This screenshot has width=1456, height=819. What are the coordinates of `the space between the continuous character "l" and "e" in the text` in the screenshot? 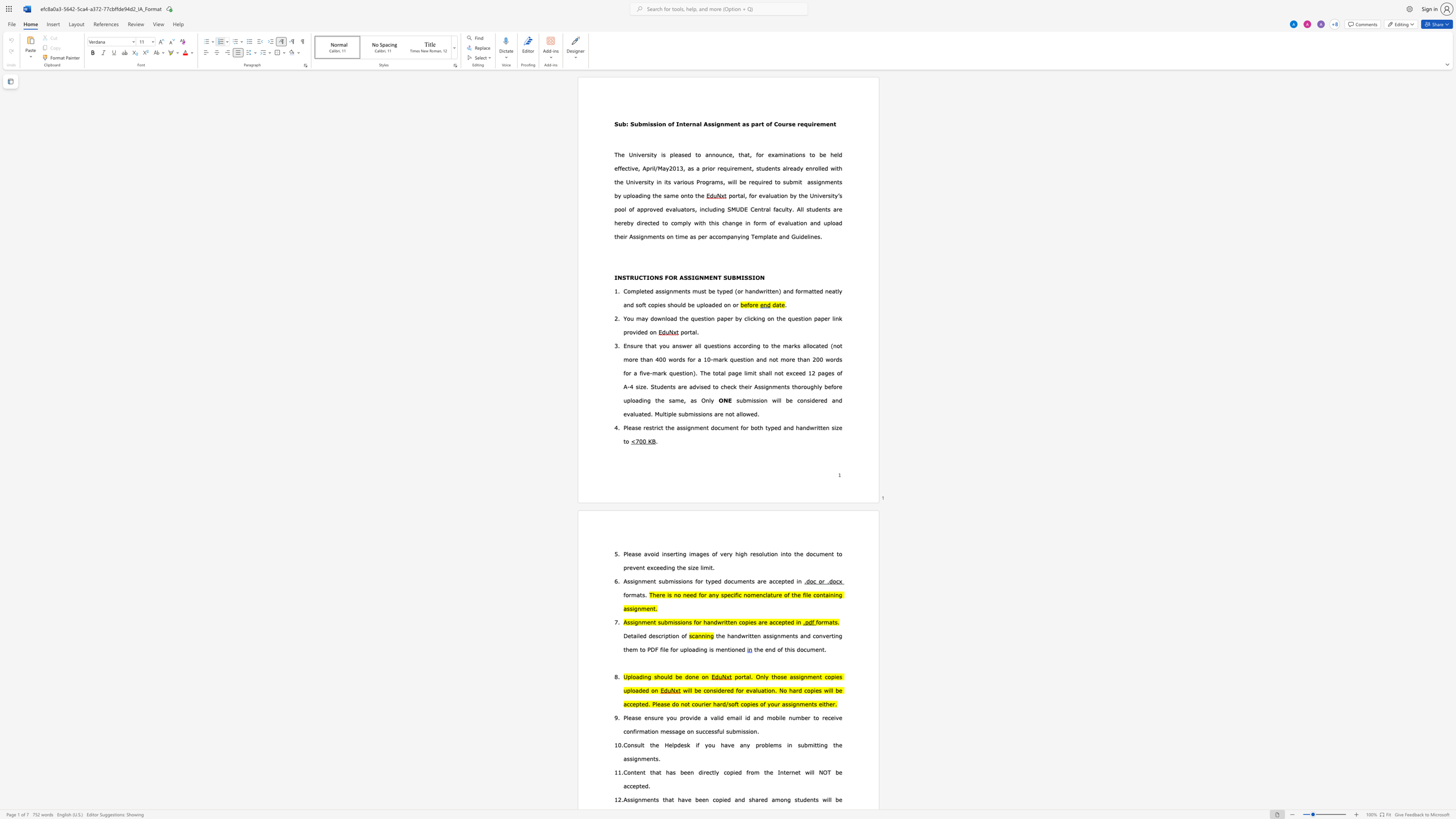 It's located at (808, 594).